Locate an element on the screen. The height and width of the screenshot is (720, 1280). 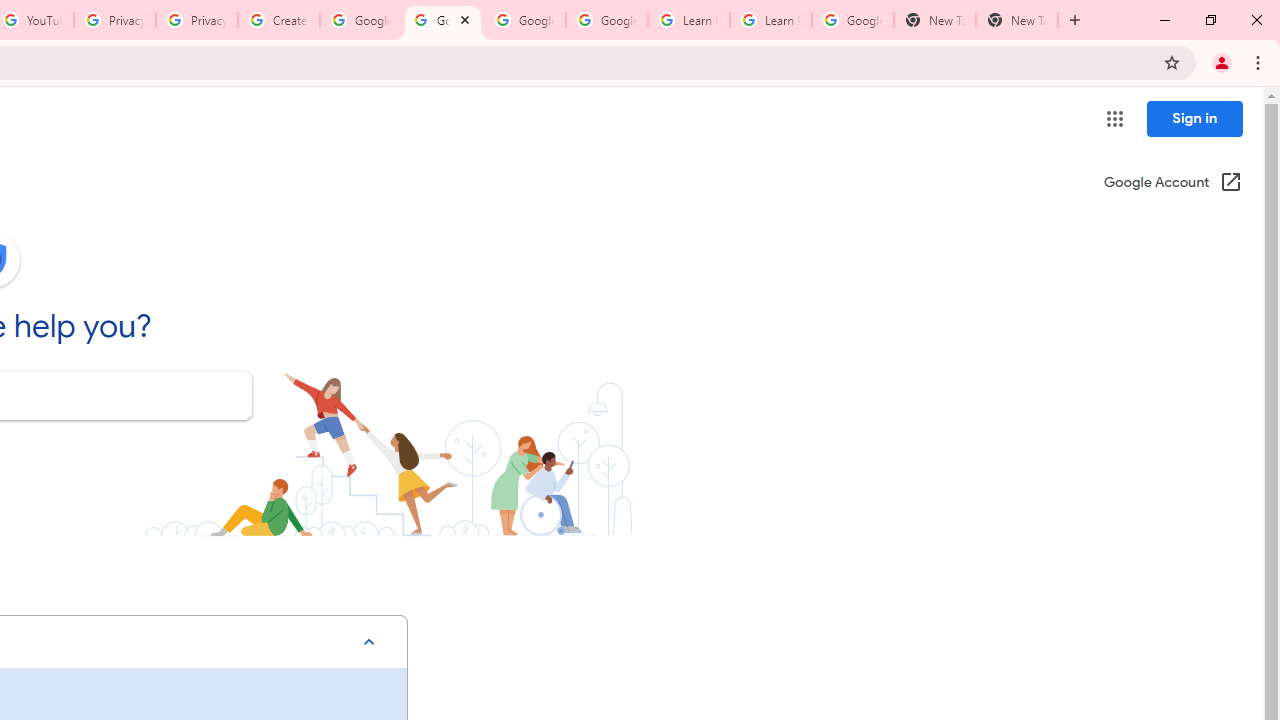
'Create your Google Account' is located at coordinates (278, 20).